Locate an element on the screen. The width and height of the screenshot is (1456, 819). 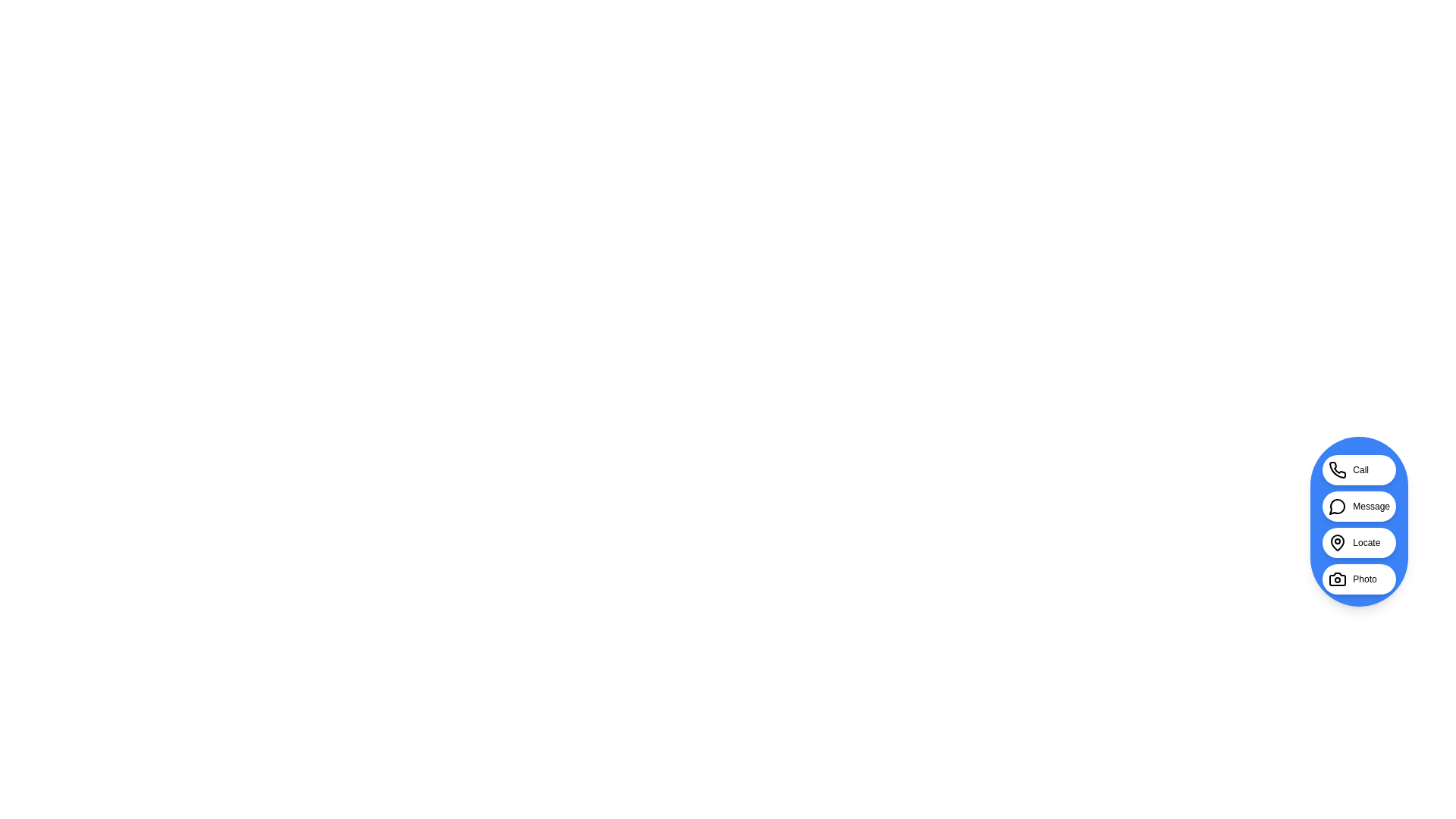
the 'Message' button is located at coordinates (1358, 506).